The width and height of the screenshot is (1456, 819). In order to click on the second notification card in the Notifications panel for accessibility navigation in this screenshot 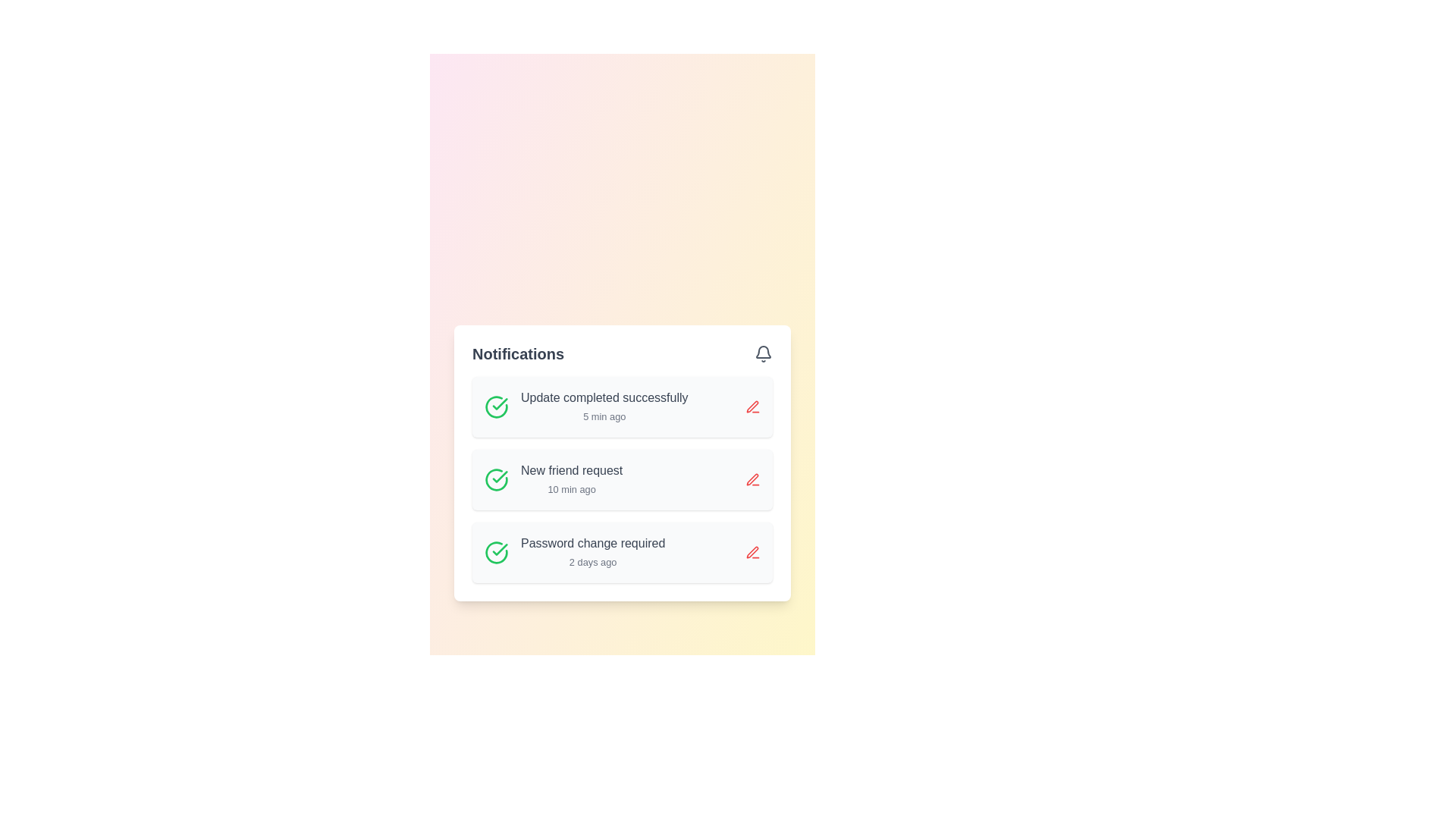, I will do `click(622, 479)`.